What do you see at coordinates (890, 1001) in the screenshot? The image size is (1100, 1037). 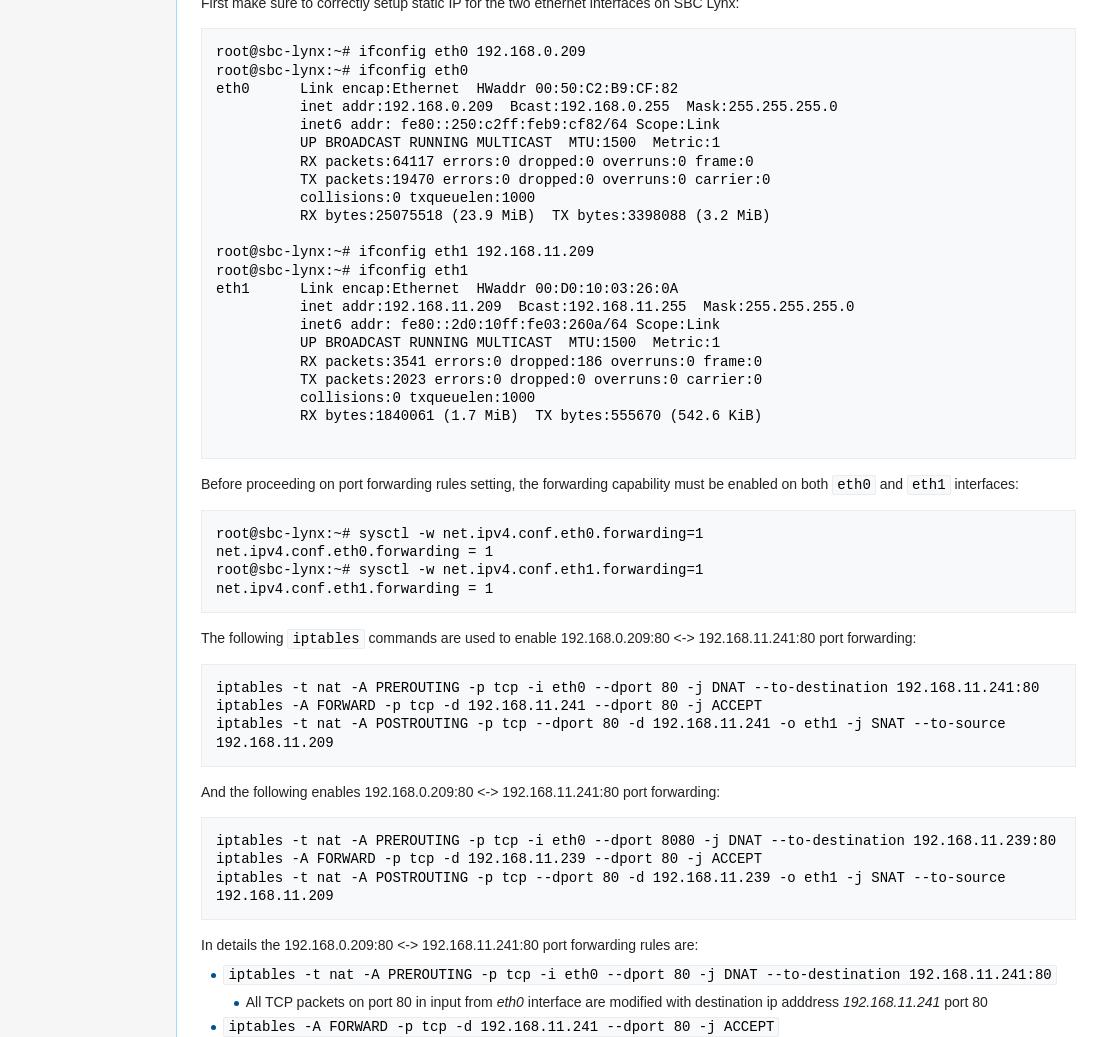 I see `'192.168.11.241'` at bounding box center [890, 1001].